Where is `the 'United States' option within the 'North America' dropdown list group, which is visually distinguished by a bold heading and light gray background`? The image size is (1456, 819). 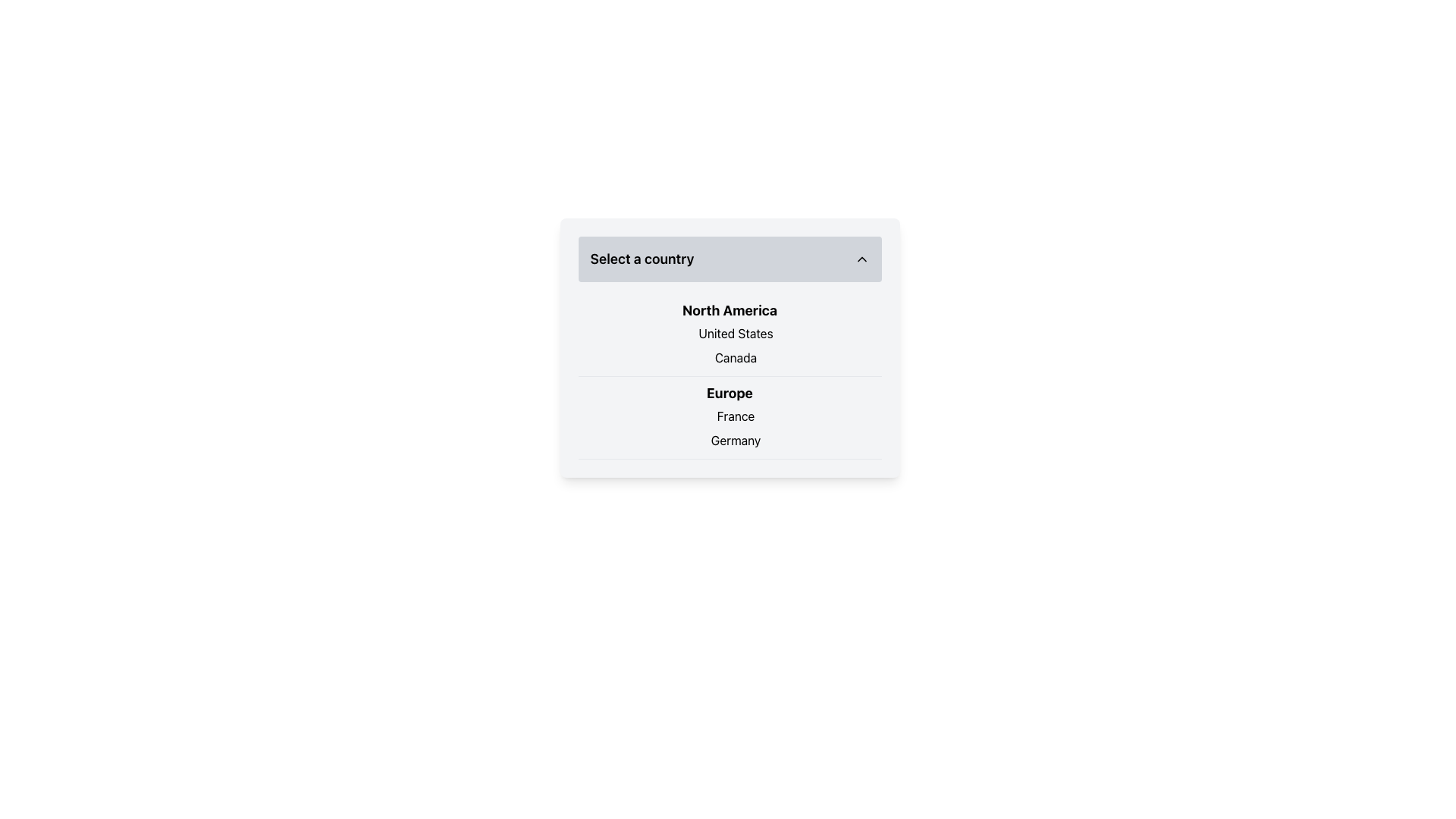 the 'United States' option within the 'North America' dropdown list group, which is visually distinguished by a bold heading and light gray background is located at coordinates (730, 334).